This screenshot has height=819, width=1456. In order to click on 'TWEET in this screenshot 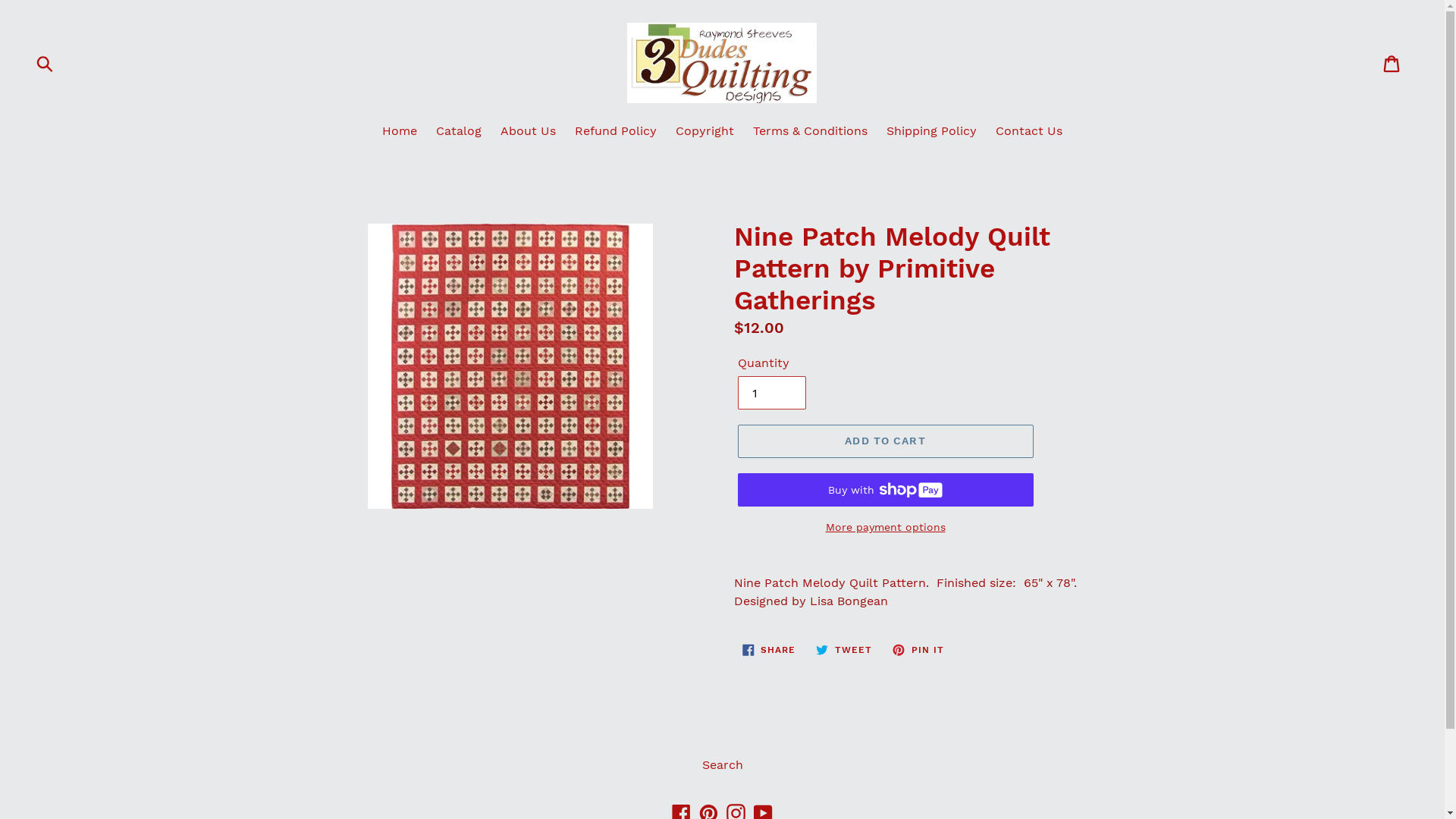, I will do `click(807, 648)`.